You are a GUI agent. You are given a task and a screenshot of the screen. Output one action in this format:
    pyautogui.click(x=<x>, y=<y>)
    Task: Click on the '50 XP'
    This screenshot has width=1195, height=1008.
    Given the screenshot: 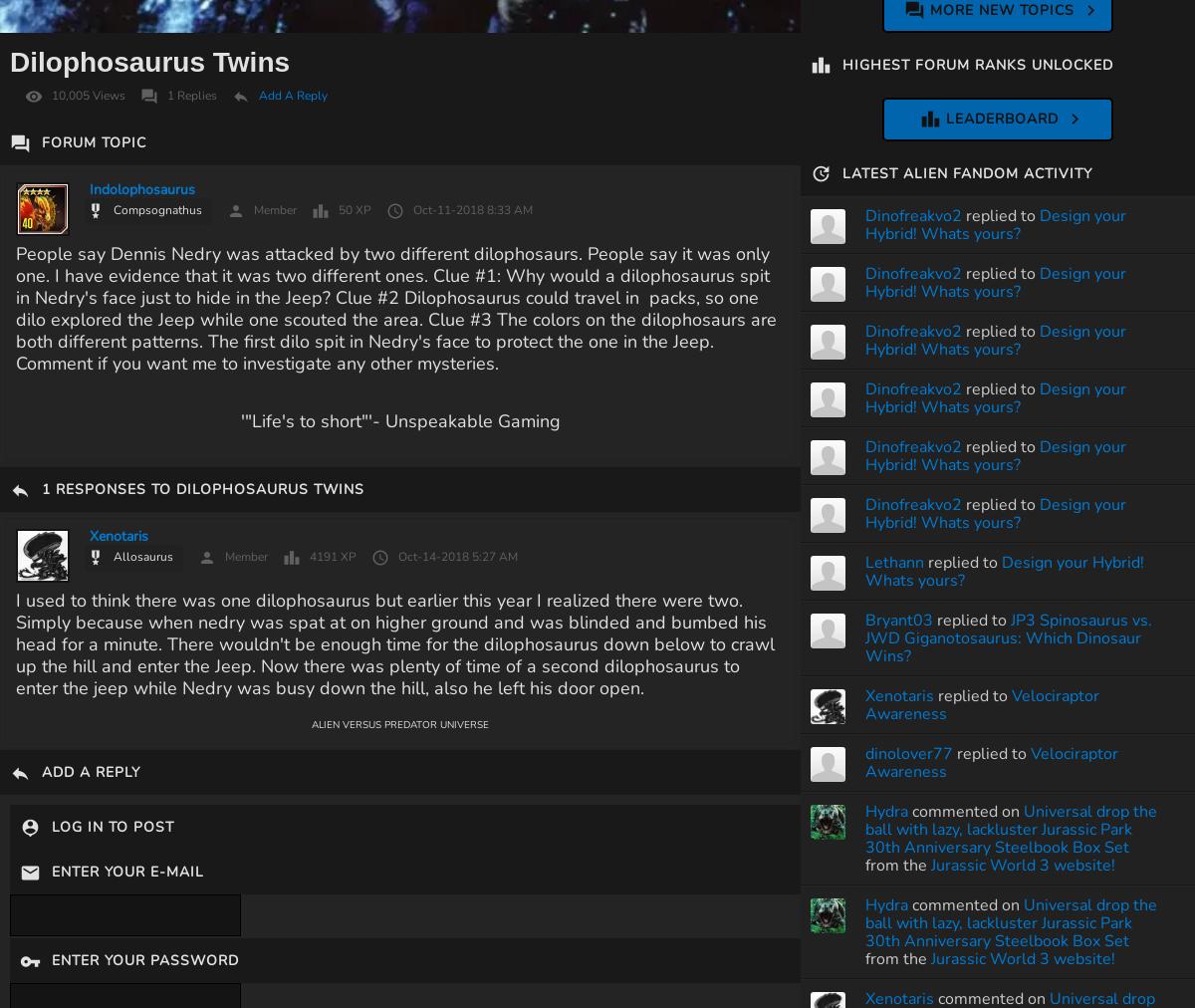 What is the action you would take?
    pyautogui.click(x=355, y=210)
    